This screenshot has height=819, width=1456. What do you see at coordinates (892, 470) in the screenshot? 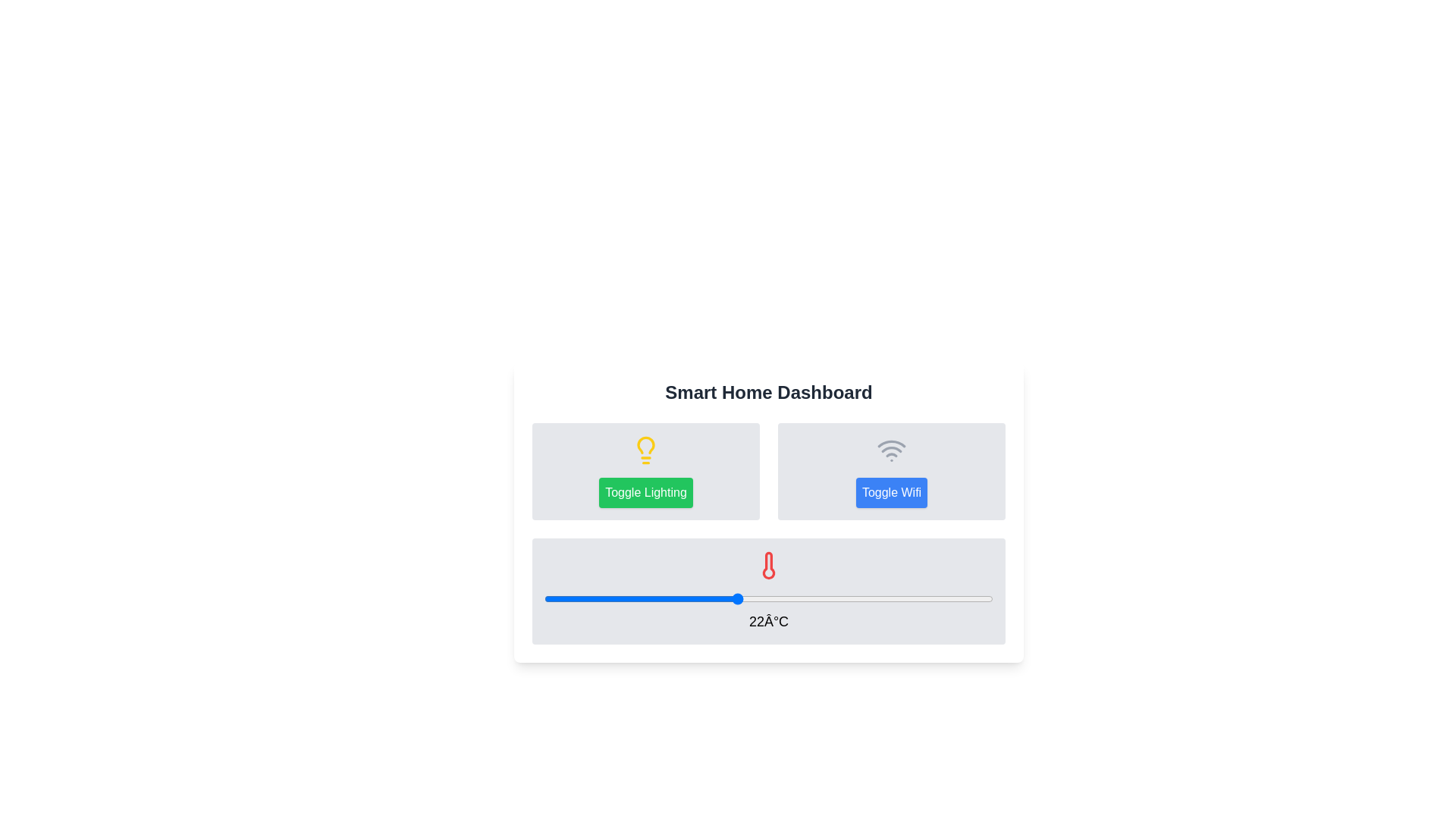
I see `the button in the upper-right quadrant of the interface` at bounding box center [892, 470].